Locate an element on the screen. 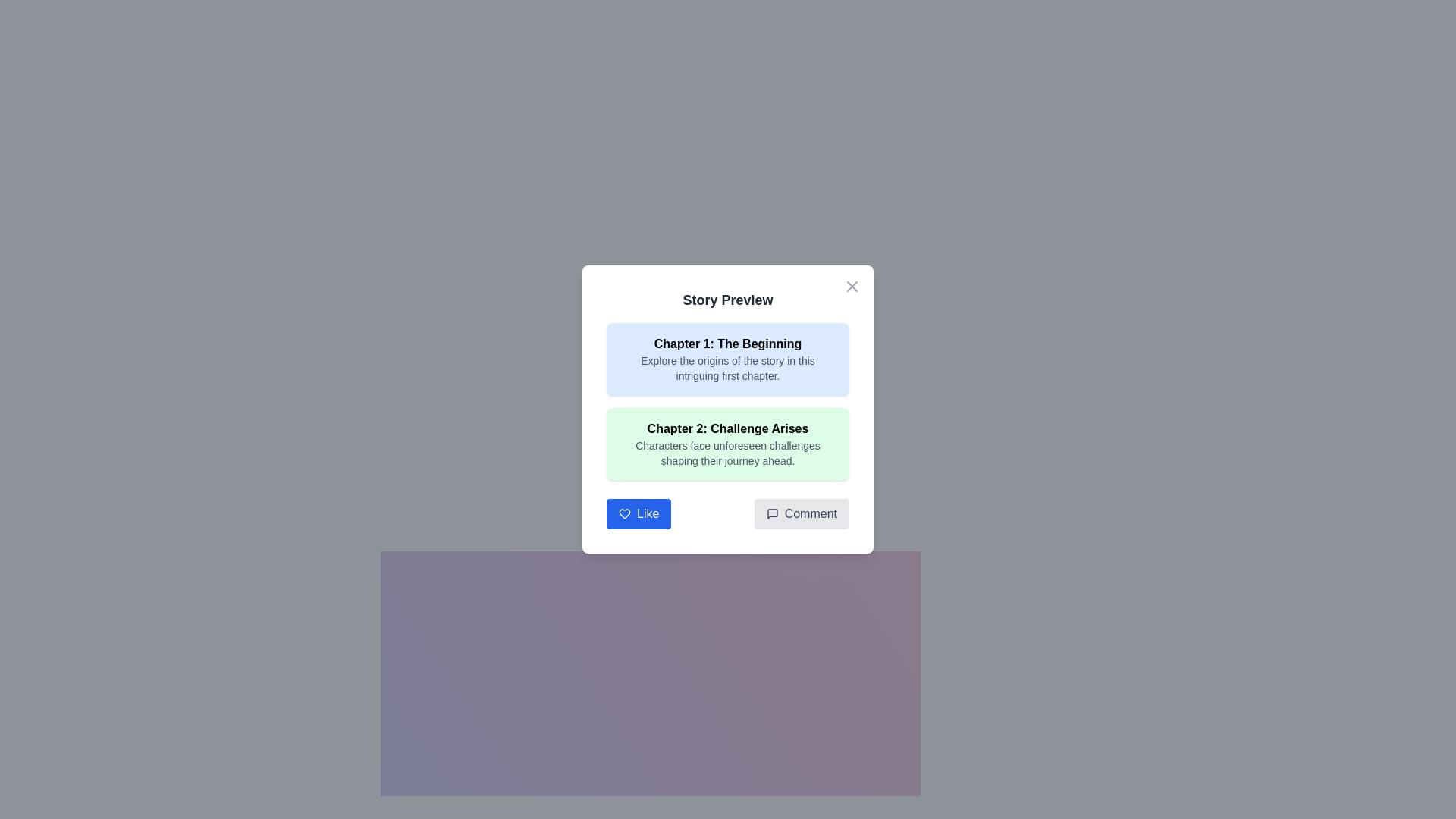  the comment button containing the speech bubble icon at the bottom right corner of the dialog box is located at coordinates (772, 513).